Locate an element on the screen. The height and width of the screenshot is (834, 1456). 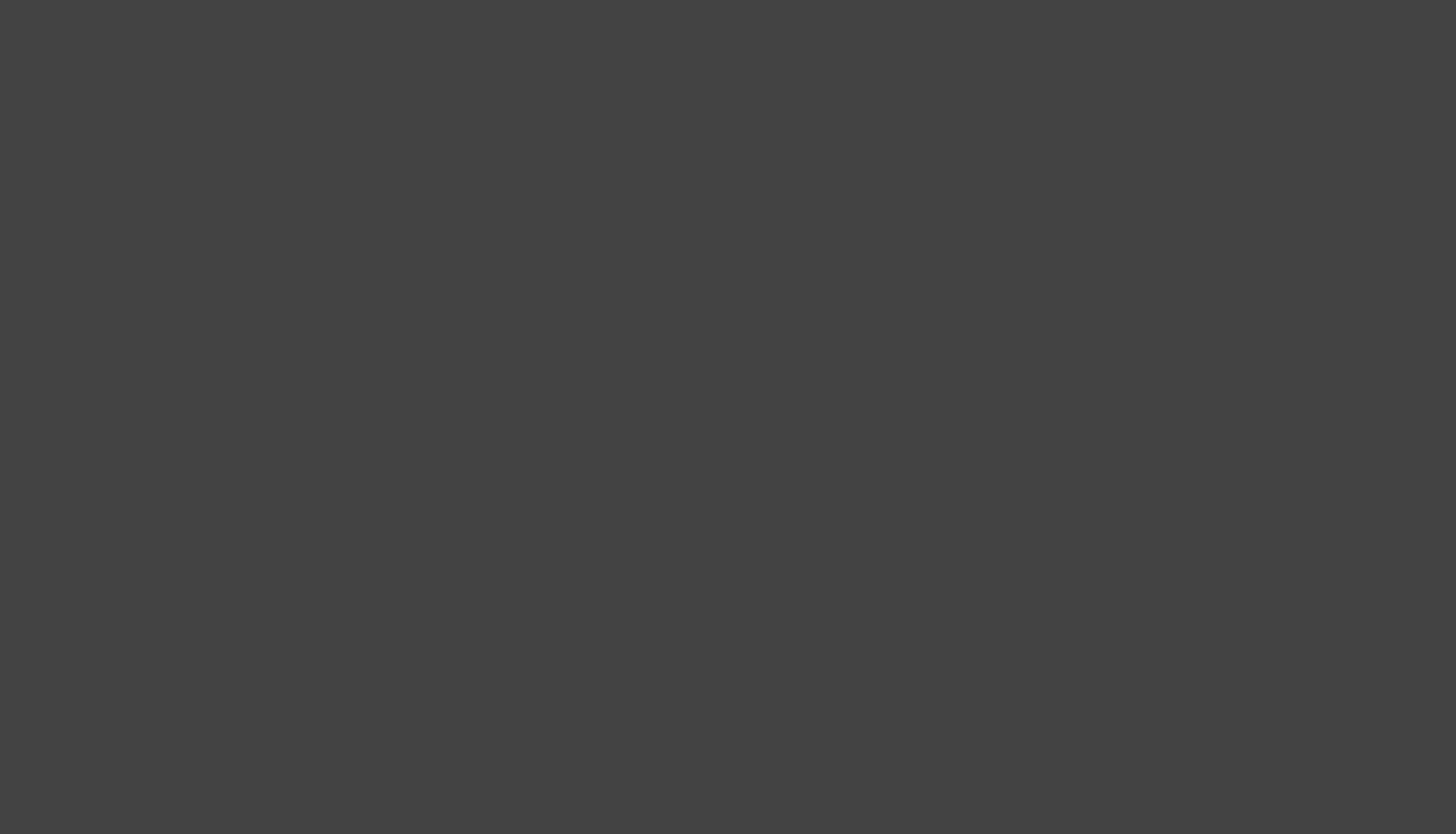
'Crystal Clear Oxygen Therapy' is located at coordinates (382, 703).